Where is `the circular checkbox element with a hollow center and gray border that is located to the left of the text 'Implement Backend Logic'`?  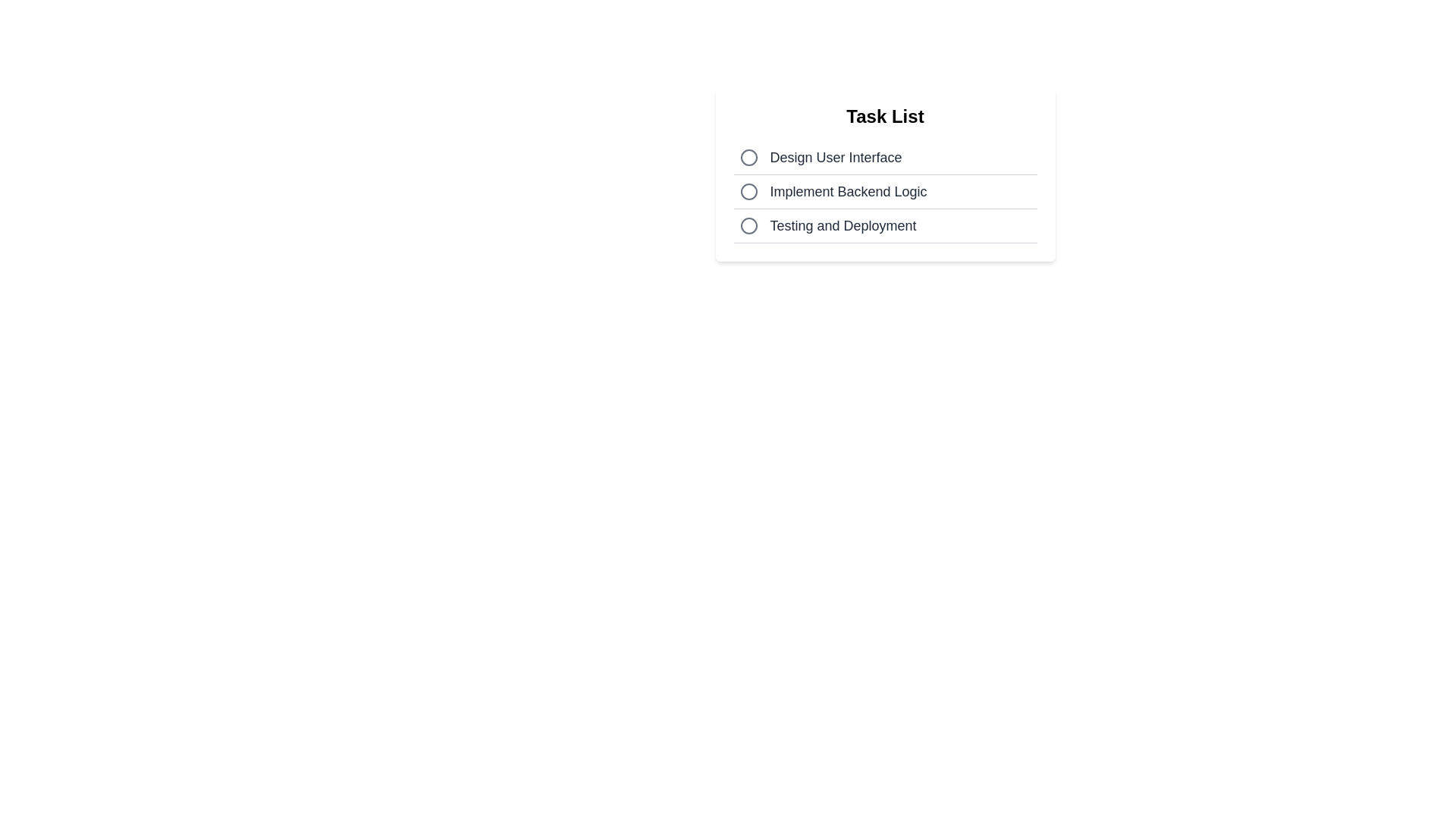 the circular checkbox element with a hollow center and gray border that is located to the left of the text 'Implement Backend Logic' is located at coordinates (748, 191).